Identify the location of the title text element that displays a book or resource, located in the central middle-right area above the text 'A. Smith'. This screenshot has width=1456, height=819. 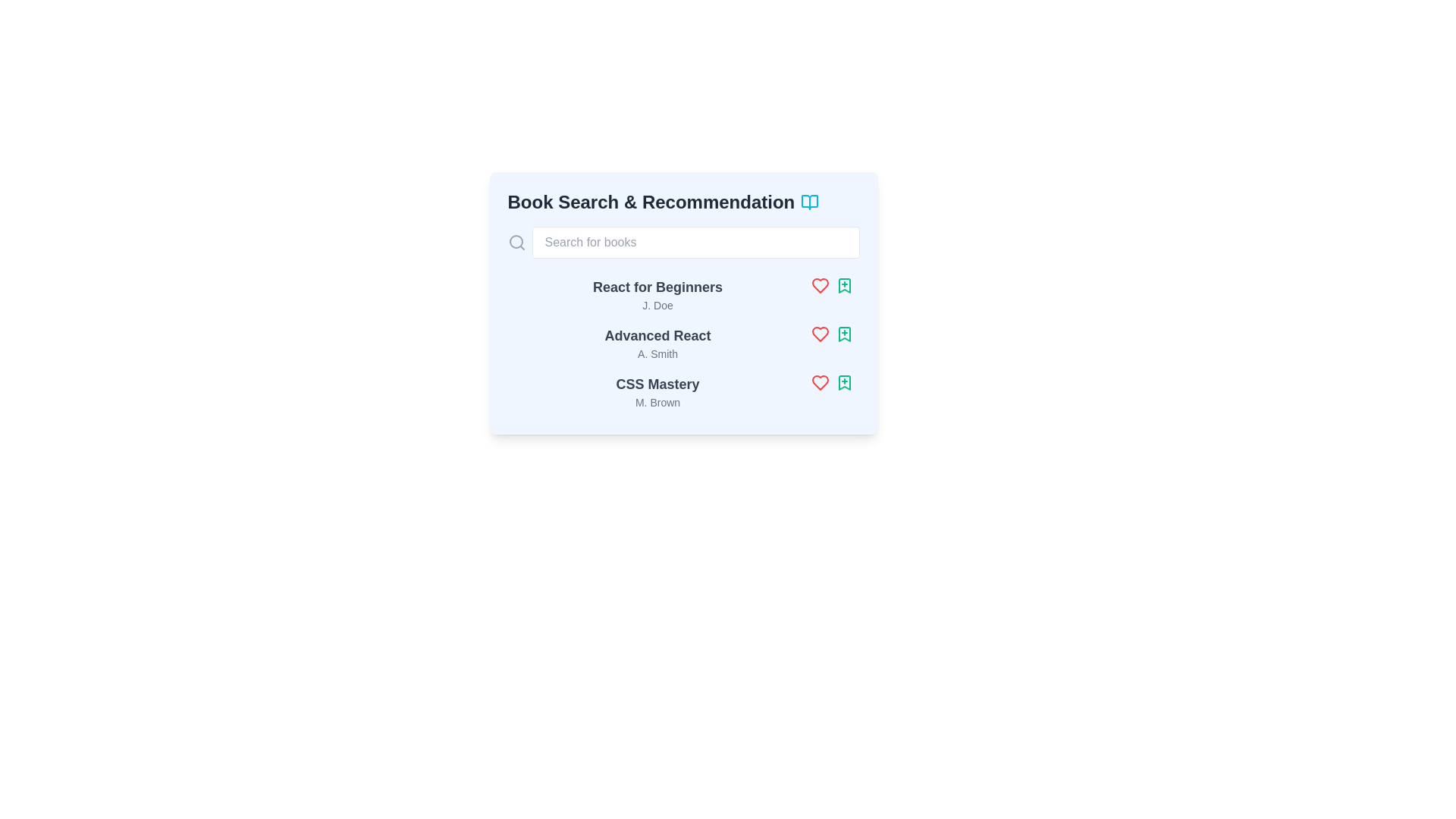
(657, 335).